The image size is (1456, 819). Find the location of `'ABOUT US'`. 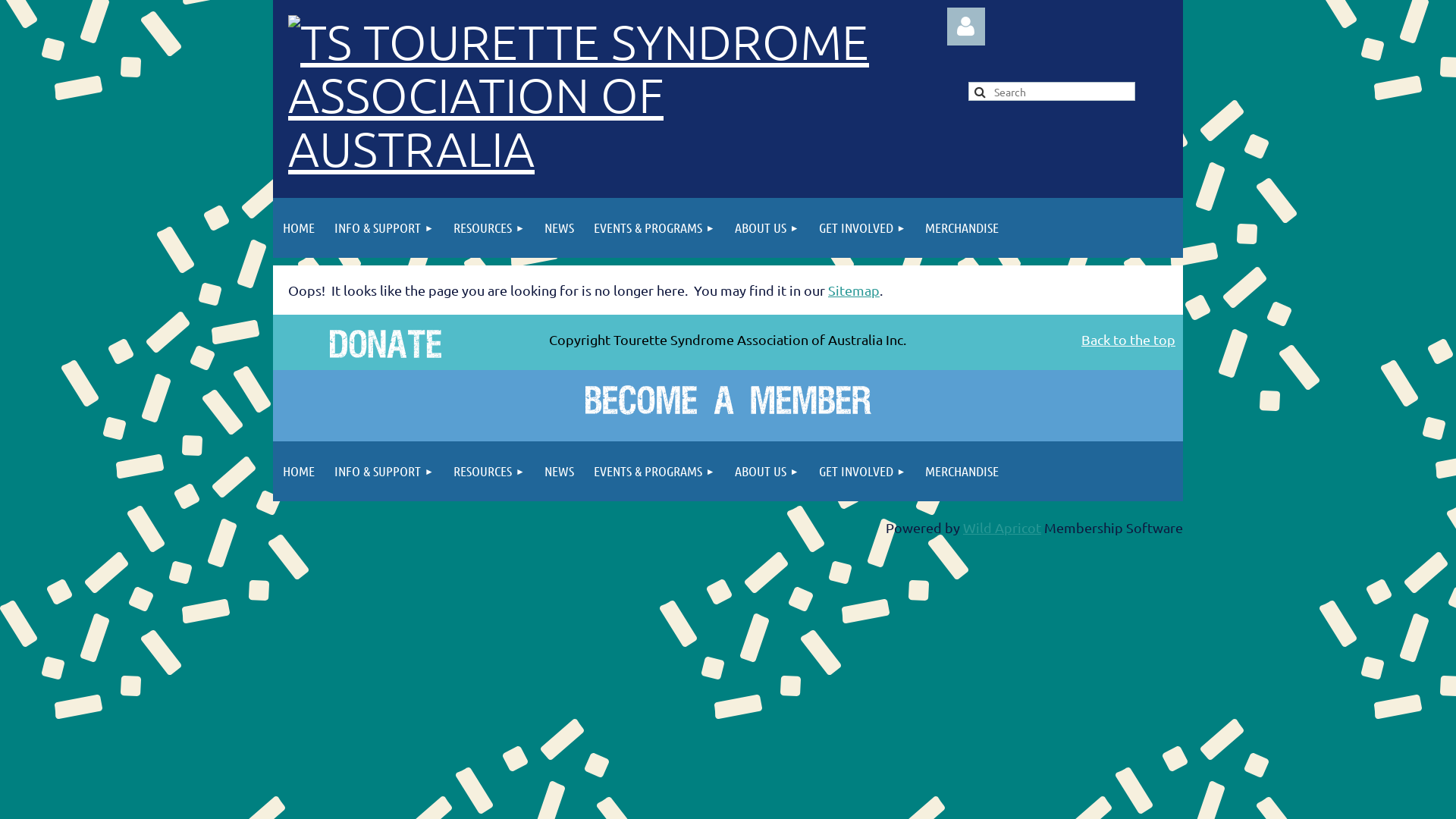

'ABOUT US' is located at coordinates (723, 227).